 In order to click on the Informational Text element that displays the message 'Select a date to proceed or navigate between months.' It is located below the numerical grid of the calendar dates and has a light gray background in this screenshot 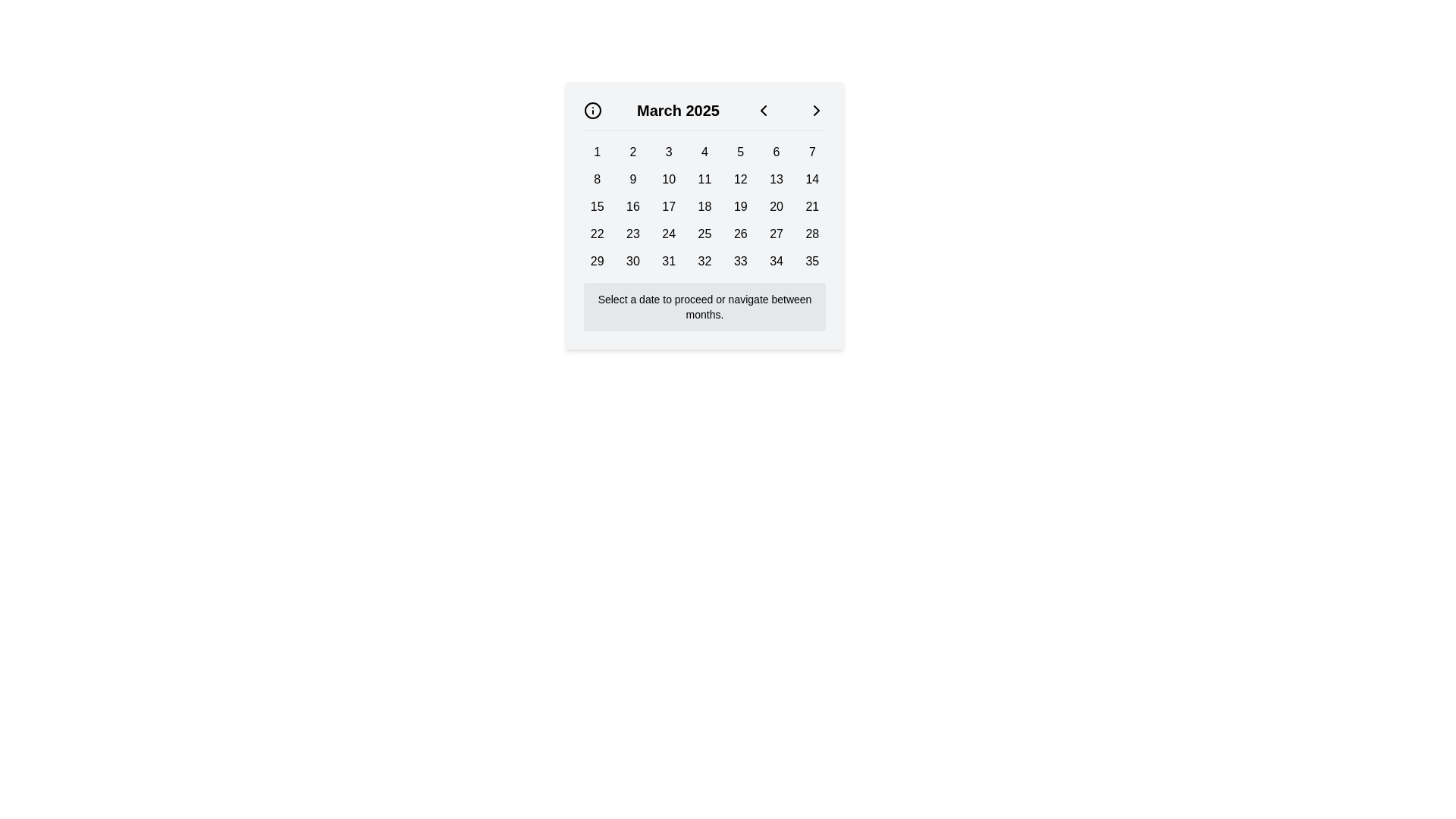, I will do `click(704, 307)`.